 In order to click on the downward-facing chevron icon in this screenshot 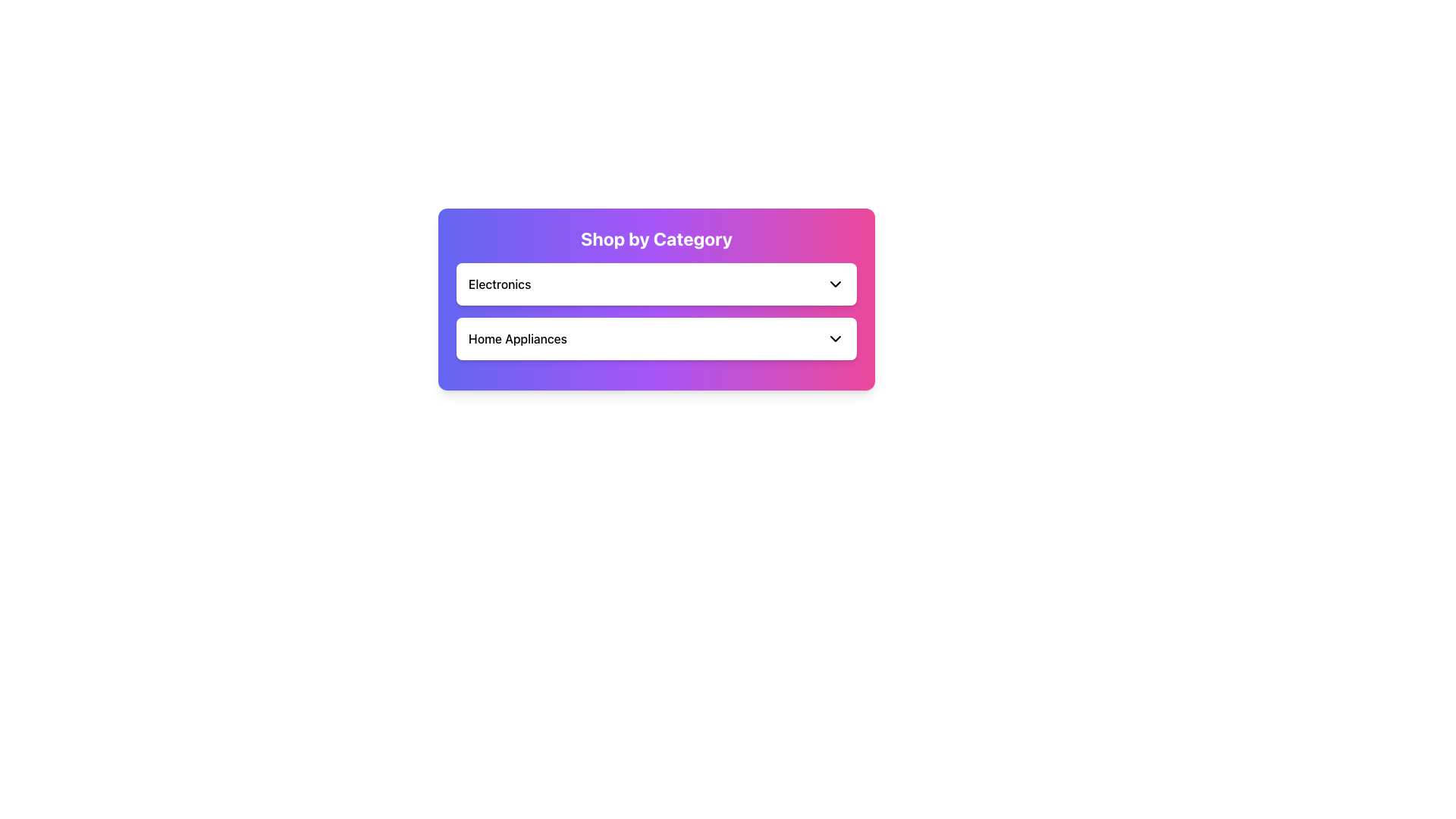, I will do `click(835, 338)`.